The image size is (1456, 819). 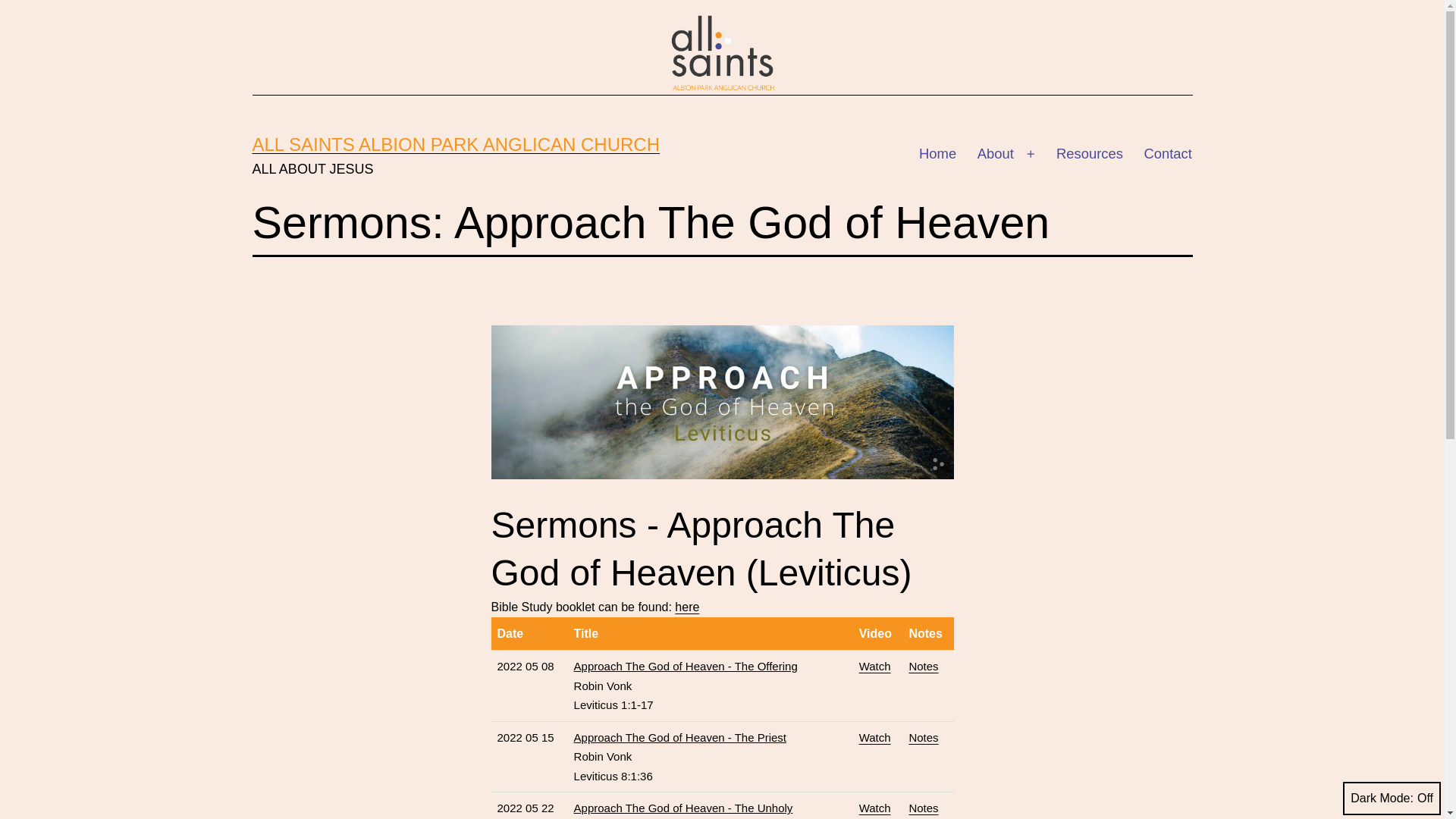 I want to click on 'here', so click(x=686, y=606).